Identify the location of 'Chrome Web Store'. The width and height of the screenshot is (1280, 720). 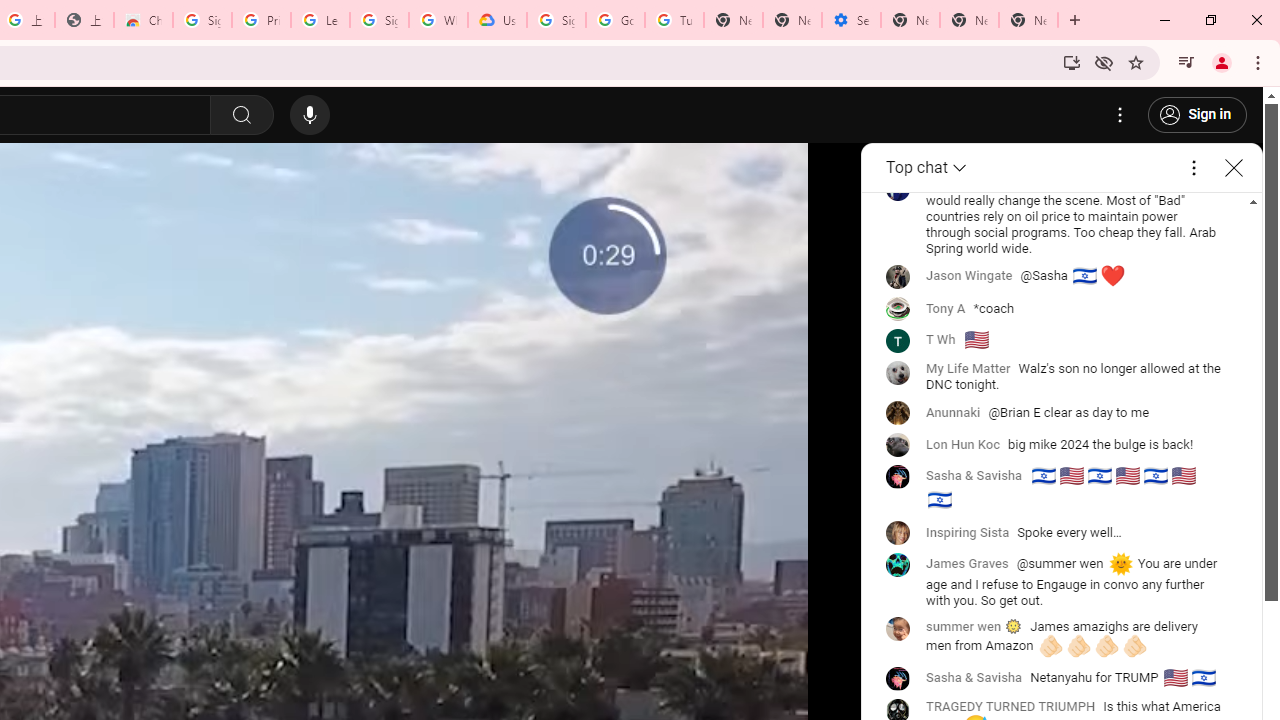
(142, 20).